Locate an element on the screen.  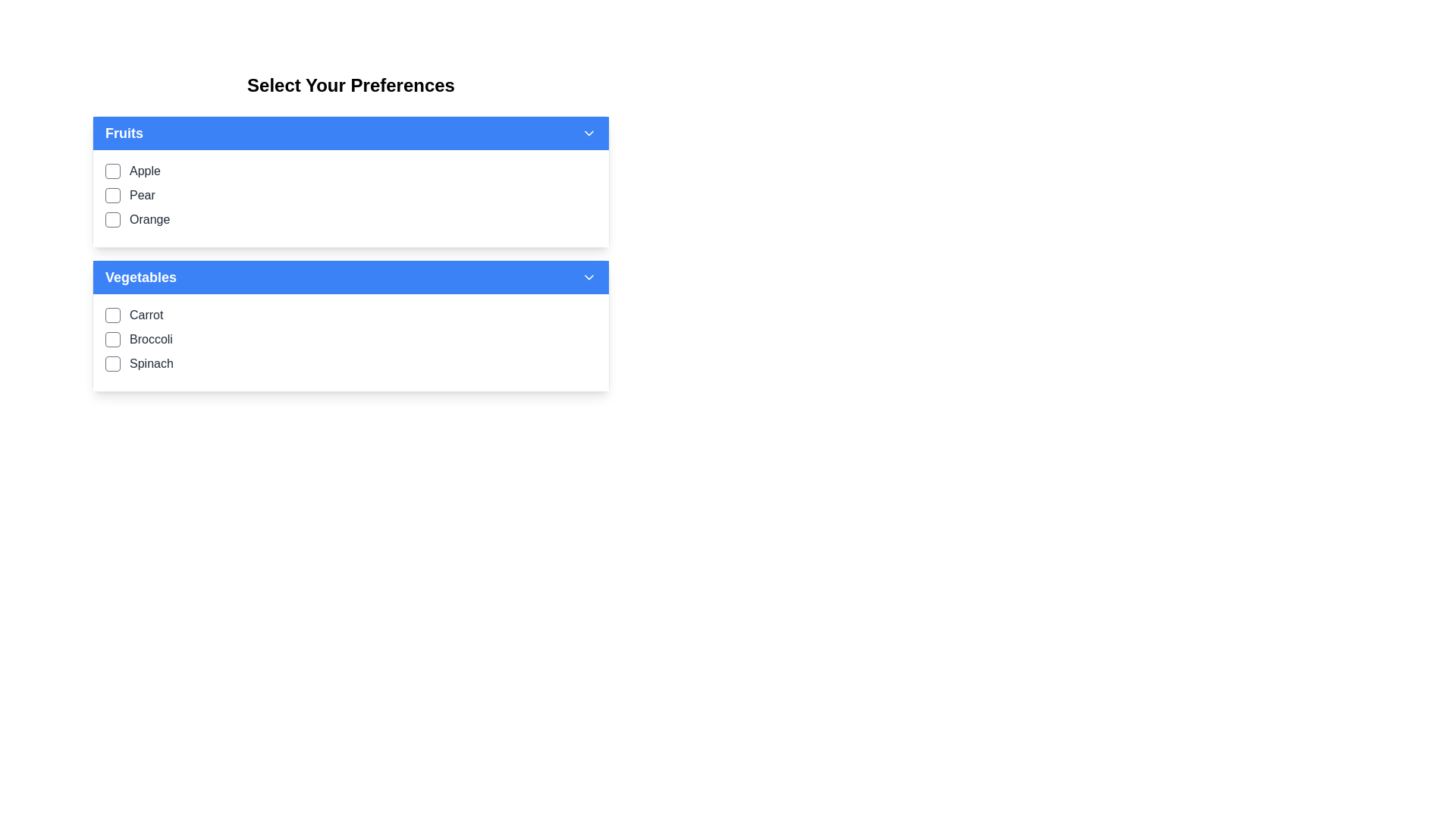
the checkbox next to the text 'Pear' in the 'Fruits' section is located at coordinates (111, 195).